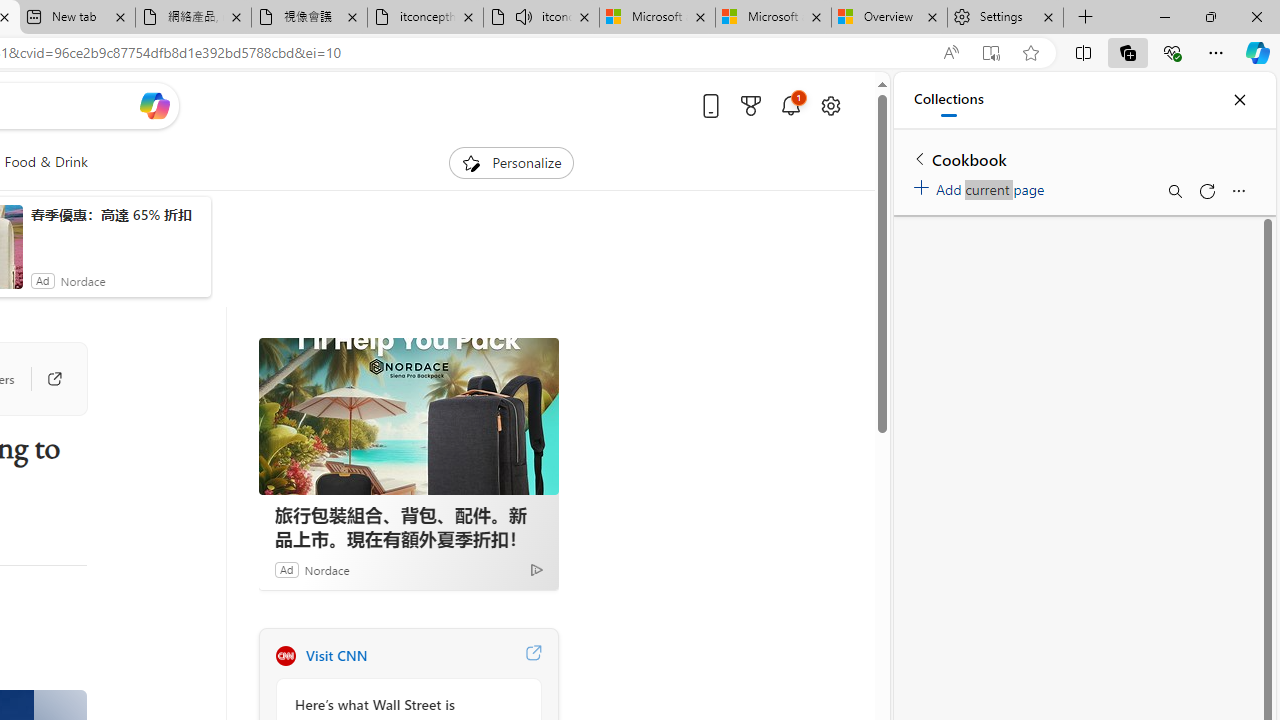 The image size is (1280, 720). What do you see at coordinates (1237, 191) in the screenshot?
I see `'More options menu'` at bounding box center [1237, 191].